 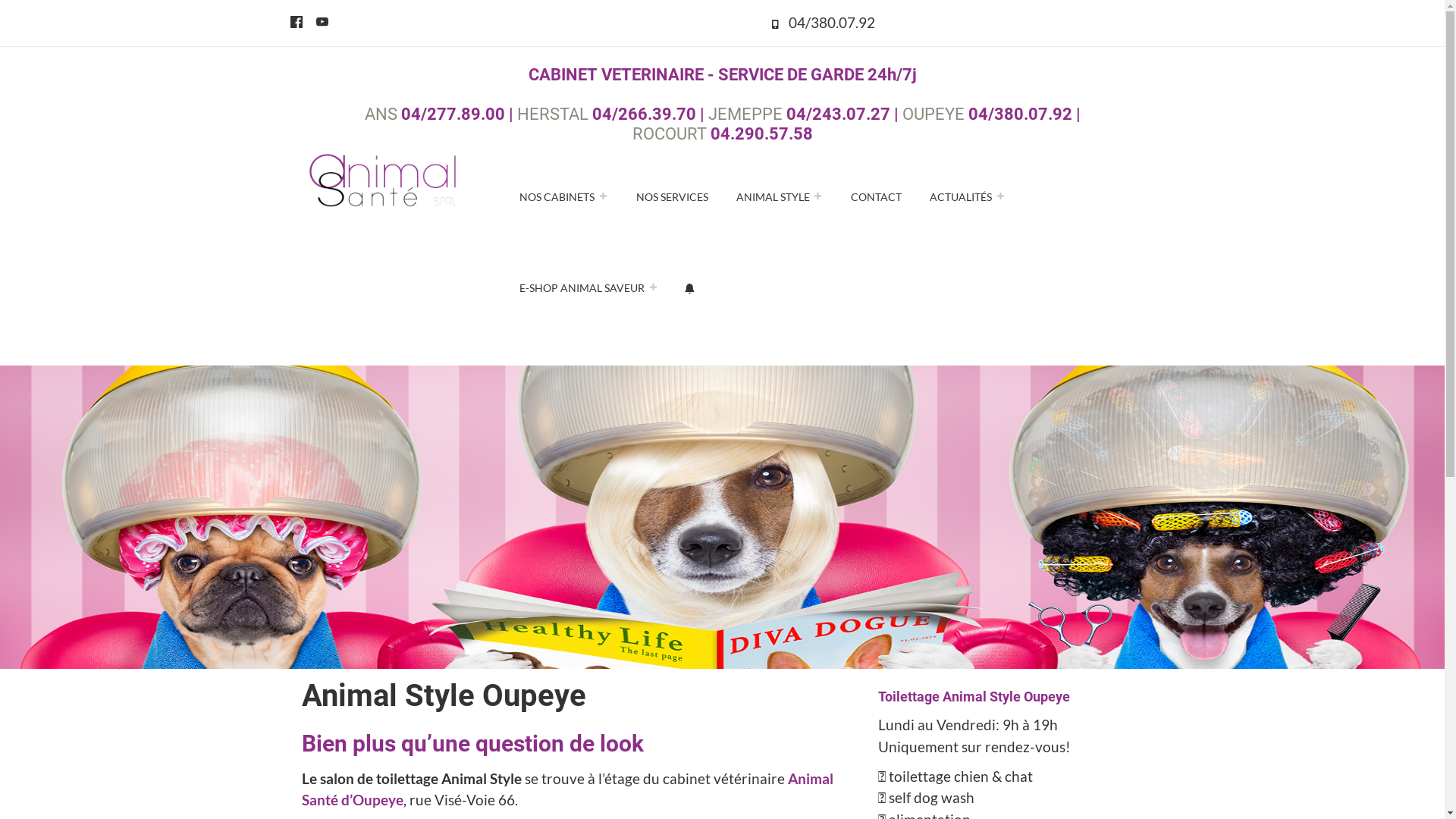 What do you see at coordinates (563, 195) in the screenshot?
I see `'NOS CABINETS'` at bounding box center [563, 195].